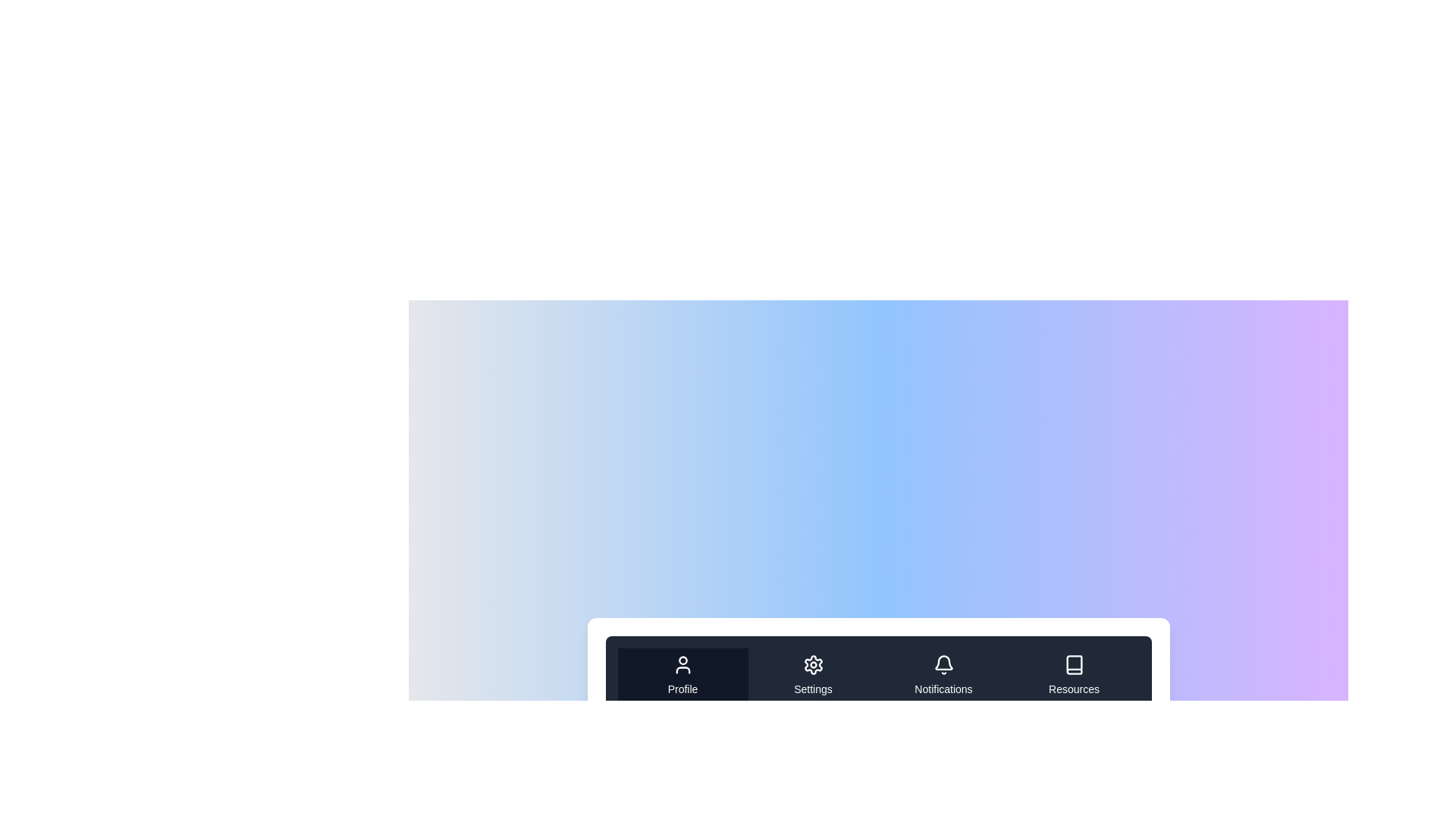  What do you see at coordinates (682, 675) in the screenshot?
I see `the tab labeled Profile to navigate to its content` at bounding box center [682, 675].